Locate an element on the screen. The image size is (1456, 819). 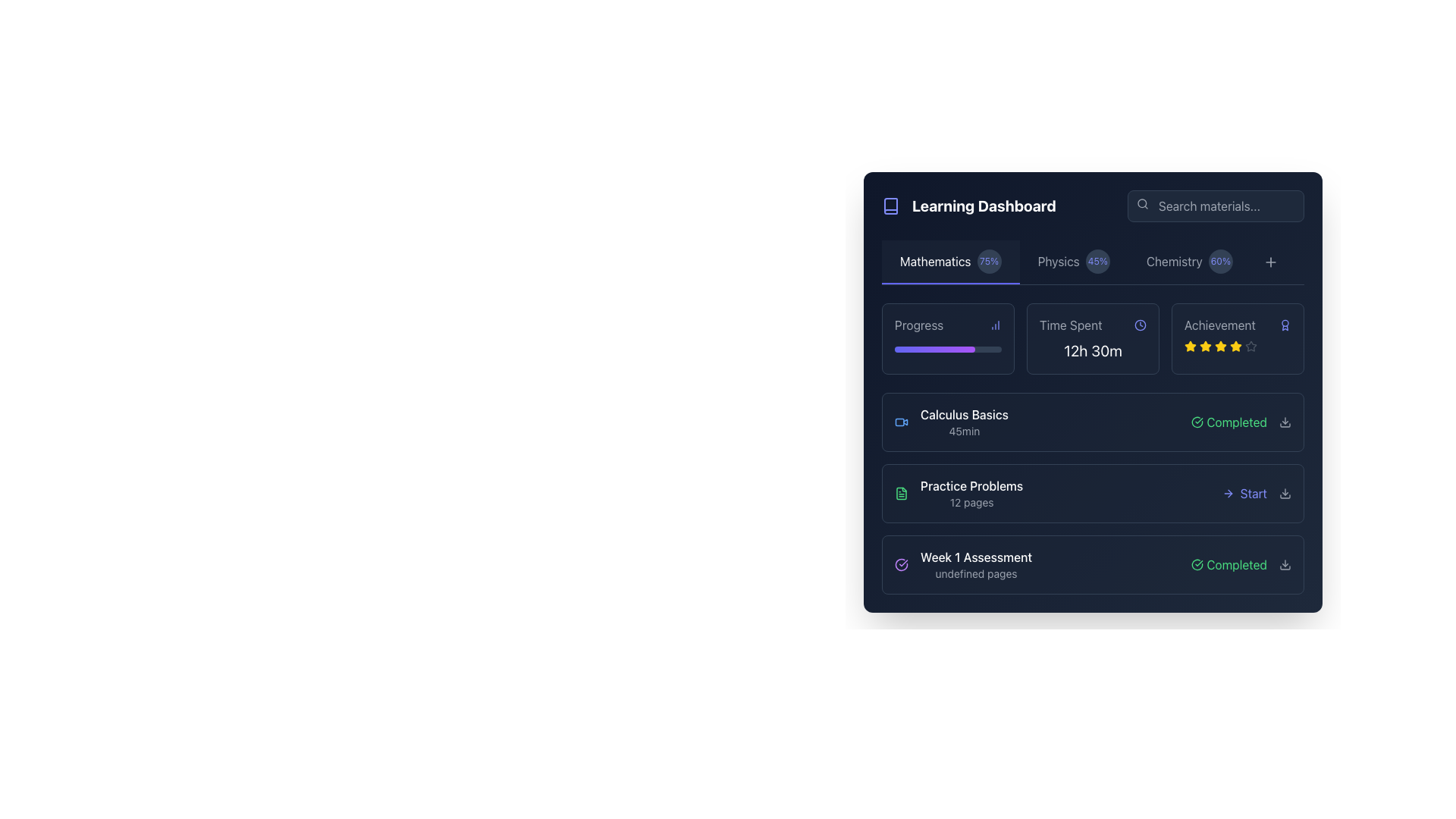
the fourth star icon in the Achievement section of the Learning Dashboard, which serves as a visual indicator for an achievement or rating is located at coordinates (1189, 346).